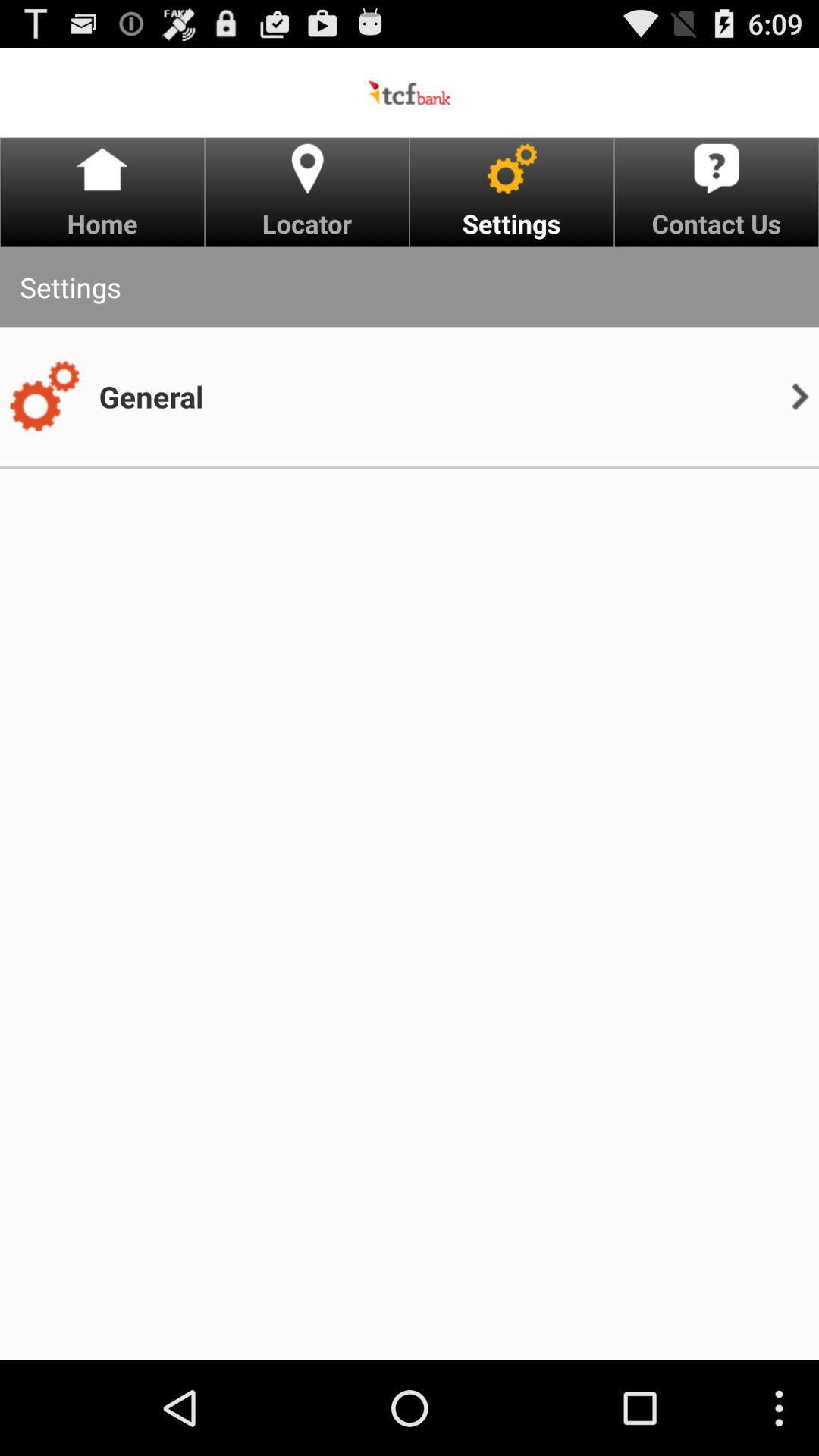 Image resolution: width=819 pixels, height=1456 pixels. Describe the element at coordinates (151, 397) in the screenshot. I see `general app` at that location.